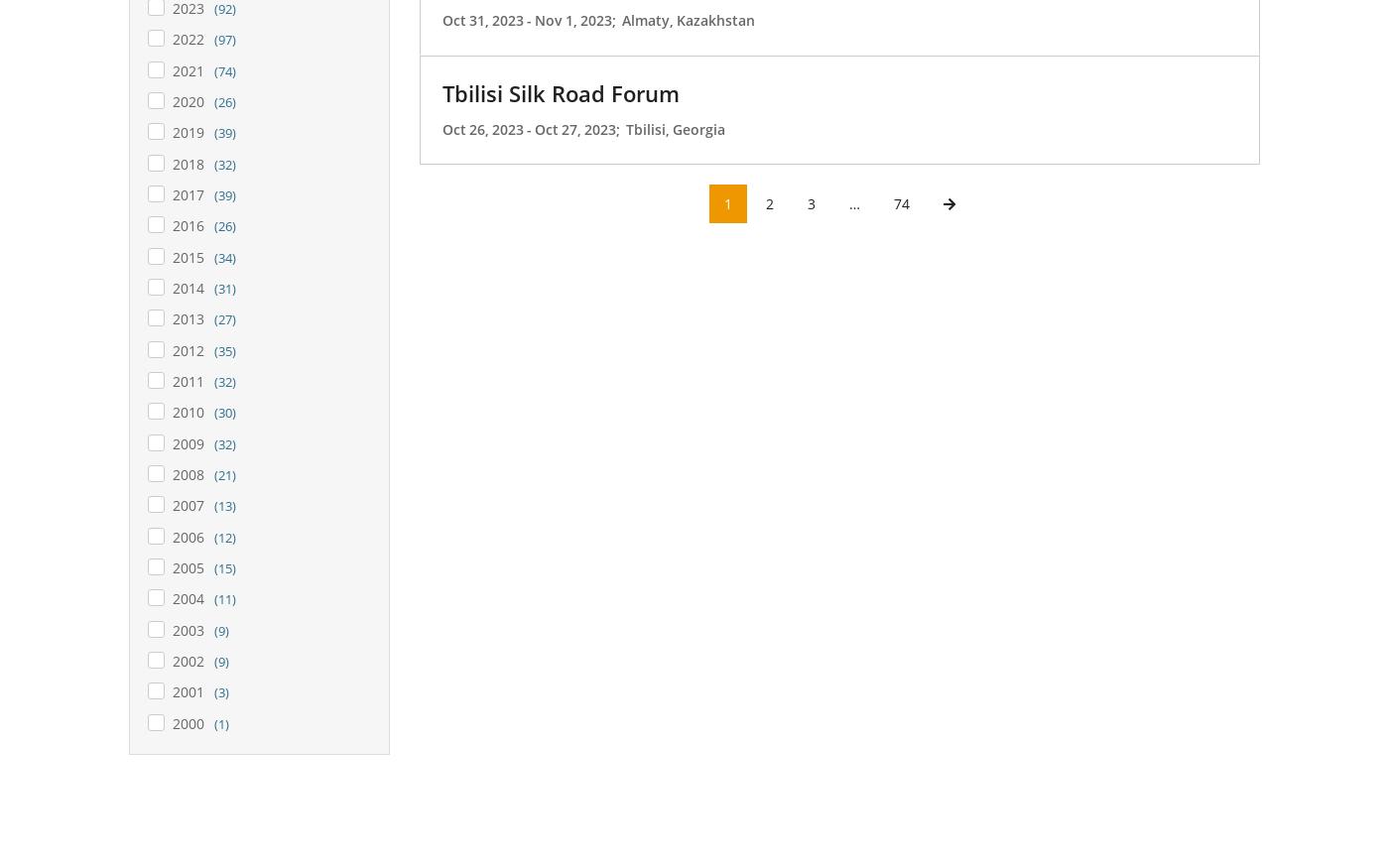  What do you see at coordinates (188, 566) in the screenshot?
I see `'2005'` at bounding box center [188, 566].